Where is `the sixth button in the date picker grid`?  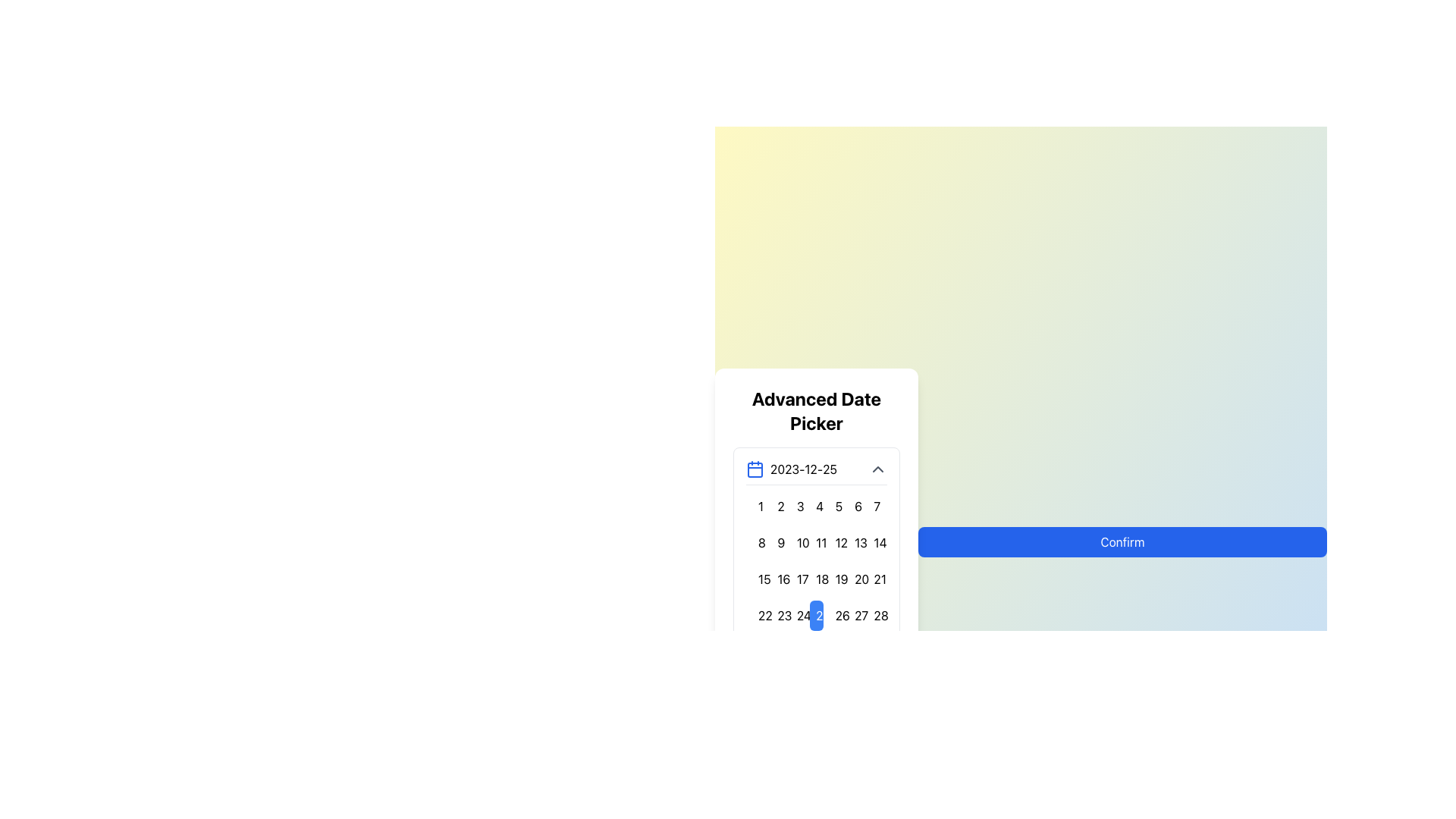 the sixth button in the date picker grid is located at coordinates (855, 506).